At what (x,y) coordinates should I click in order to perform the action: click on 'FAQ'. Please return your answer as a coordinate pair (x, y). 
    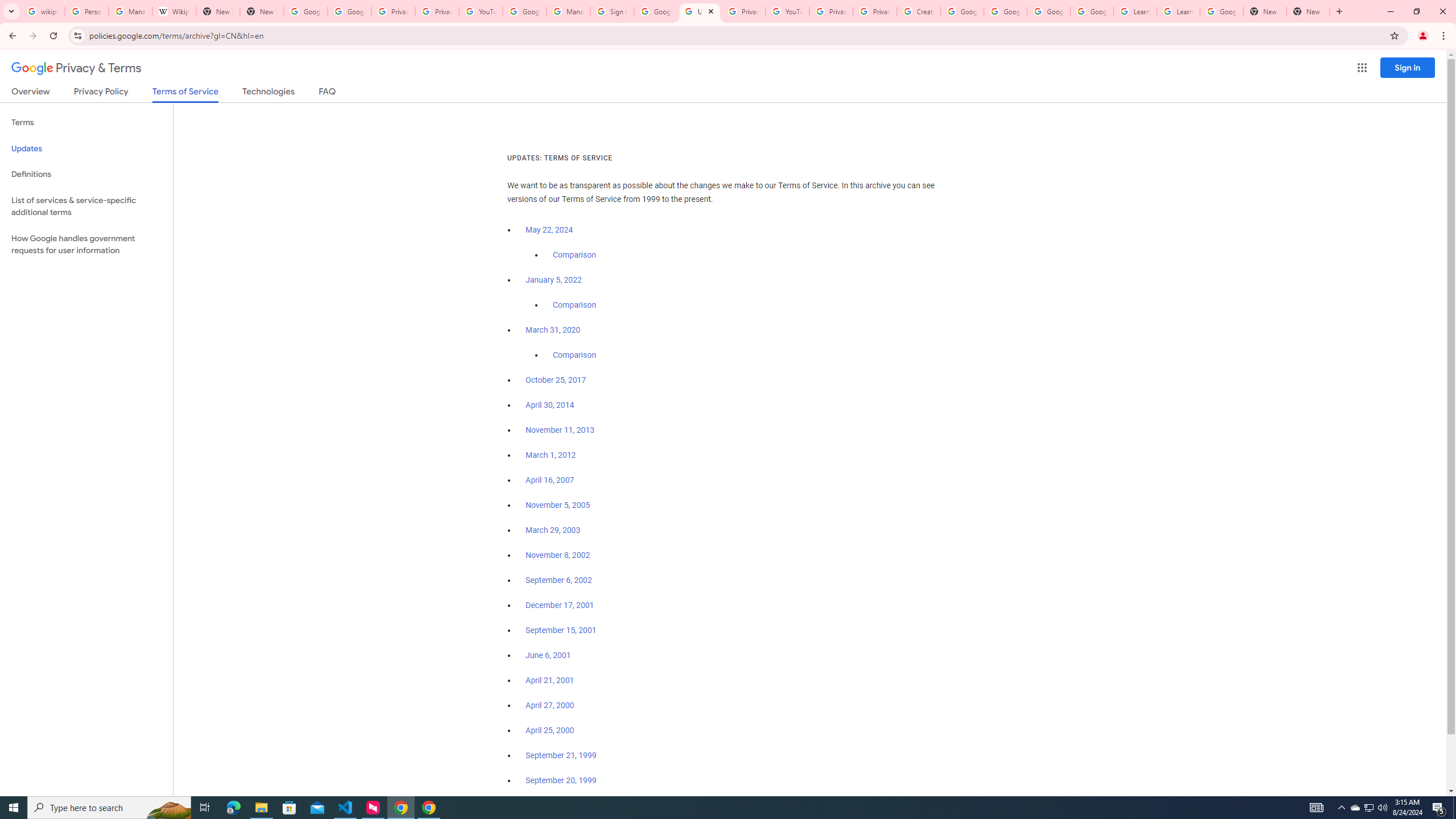
    Looking at the image, I should click on (327, 93).